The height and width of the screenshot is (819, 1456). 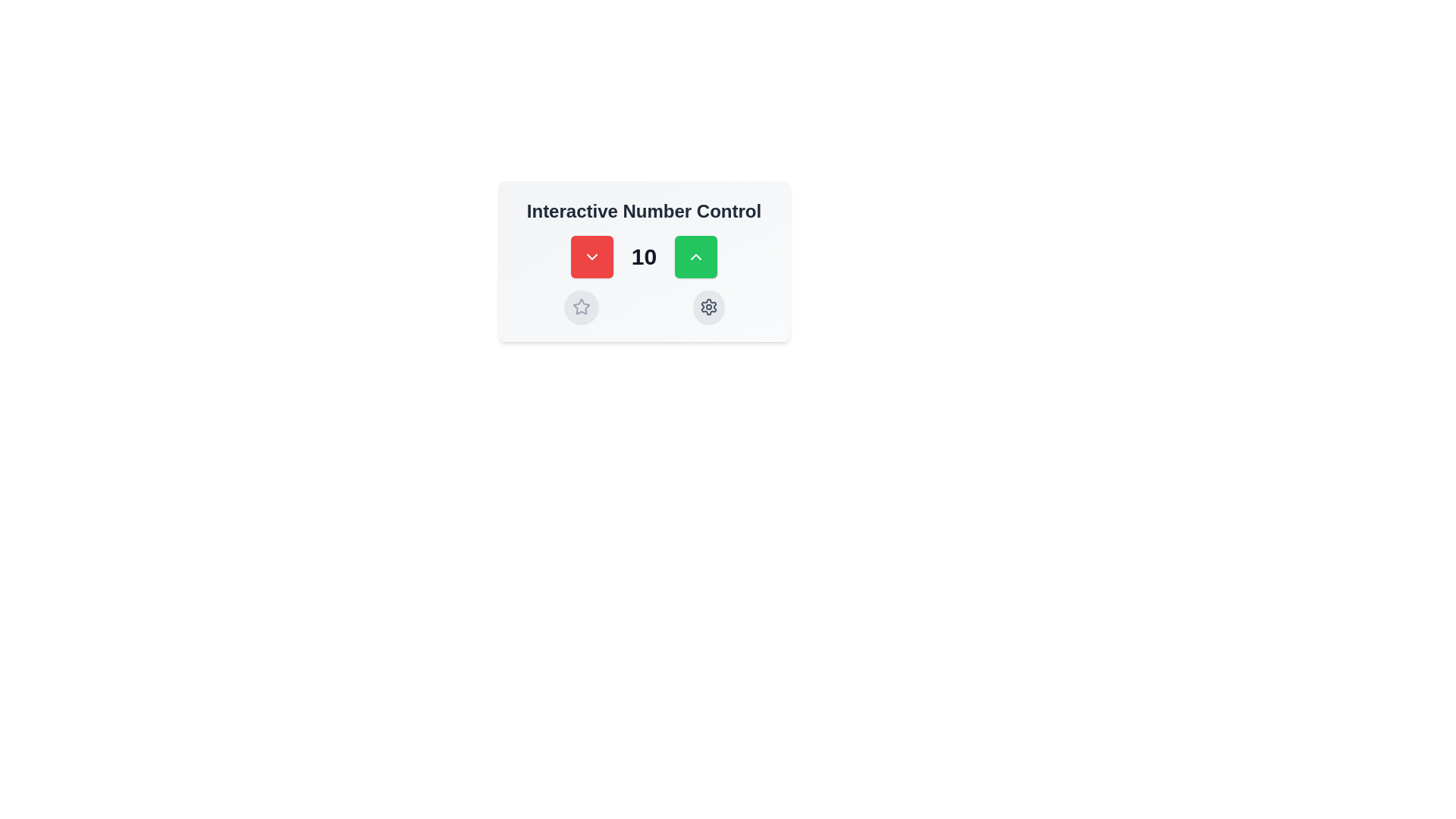 I want to click on the label that describes the purpose of the associated number control features, which is positioned centrally above the numeric display and interactive buttons, so click(x=644, y=211).